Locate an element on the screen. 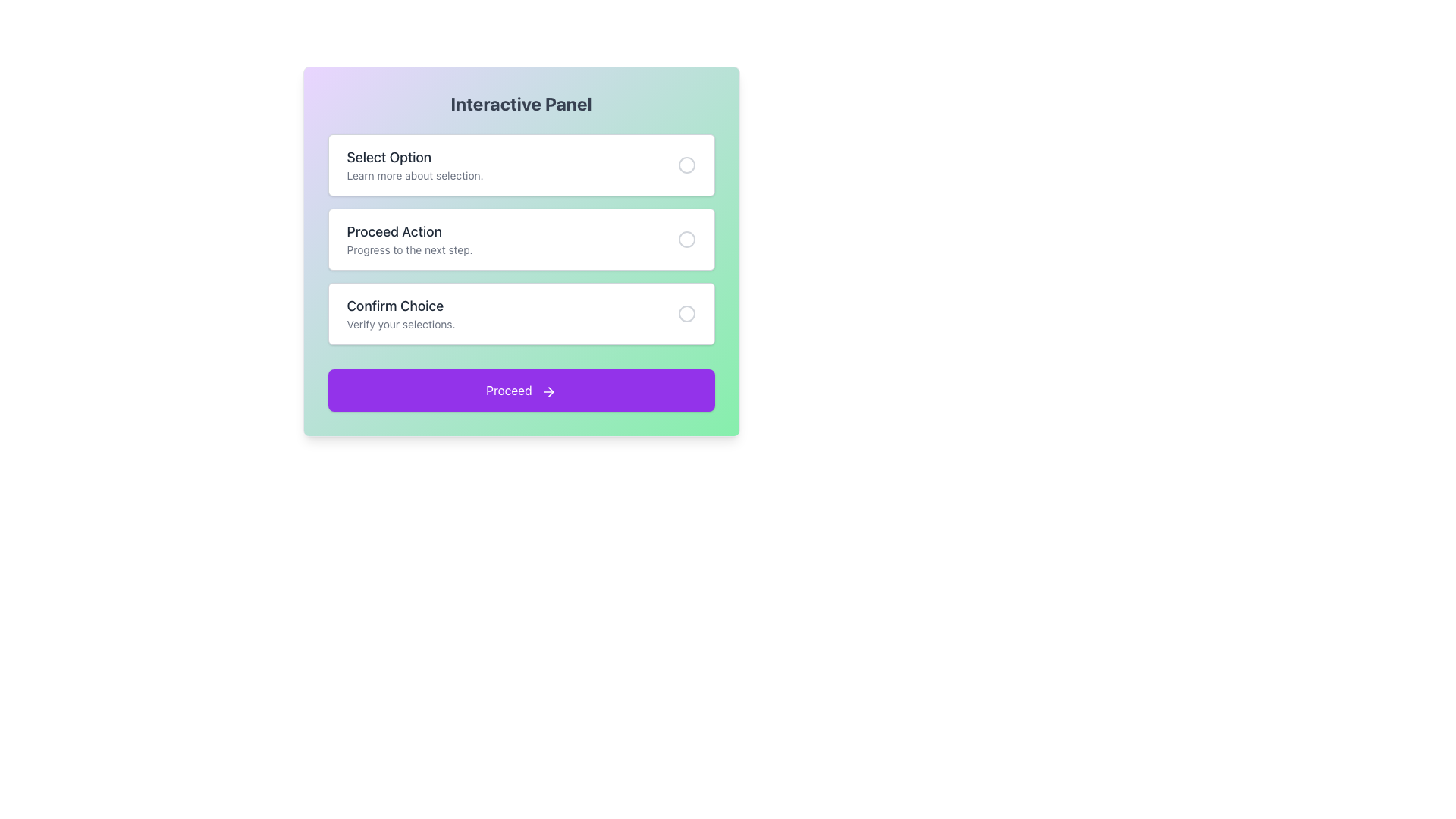 The image size is (1456, 819). the 'Proceed' button with white text and a purple background located at the bottom of the interactive panel to proceed is located at coordinates (521, 390).